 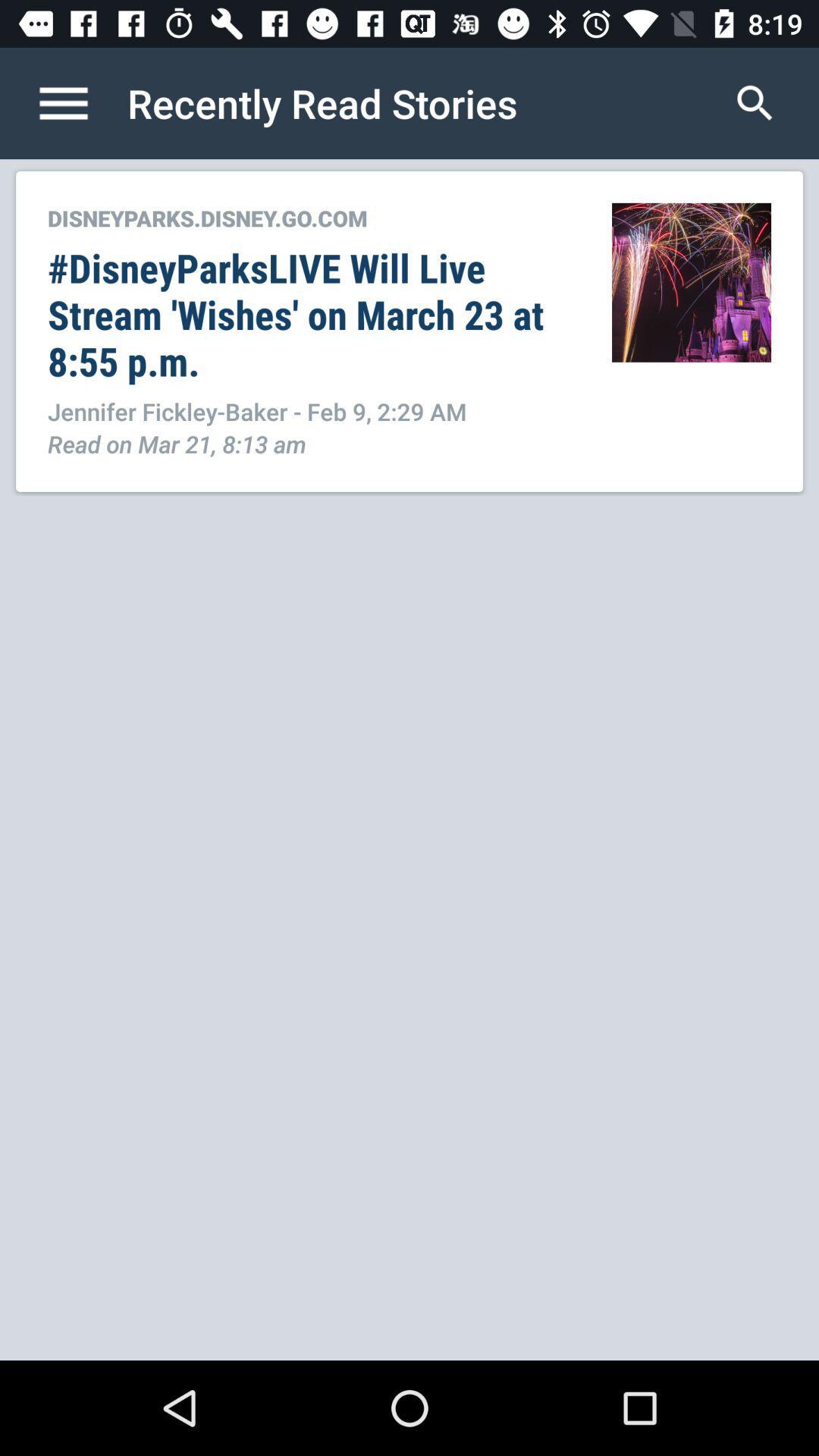 I want to click on read on mar icon, so click(x=176, y=443).